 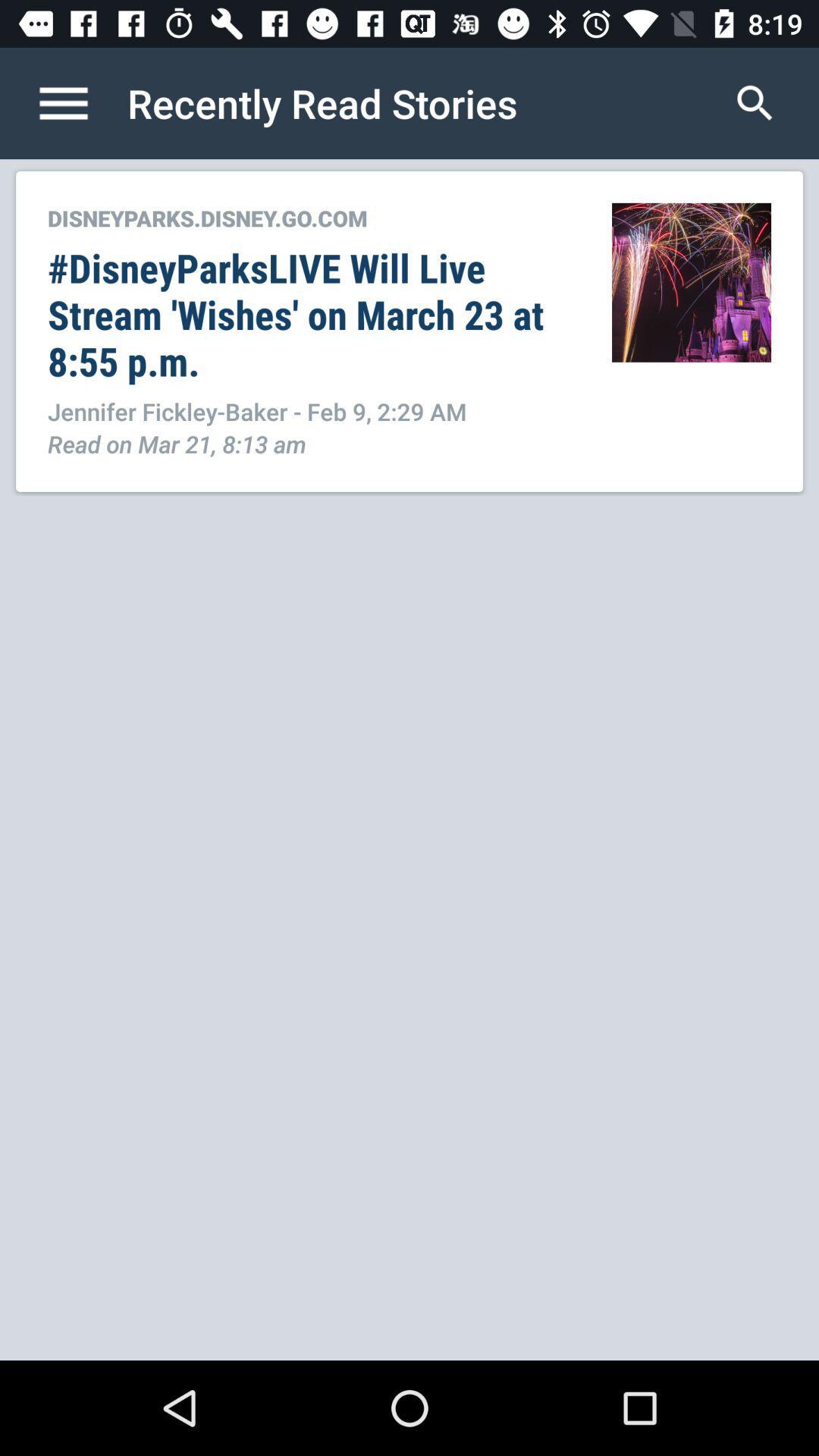 I want to click on read on mar icon, so click(x=176, y=443).